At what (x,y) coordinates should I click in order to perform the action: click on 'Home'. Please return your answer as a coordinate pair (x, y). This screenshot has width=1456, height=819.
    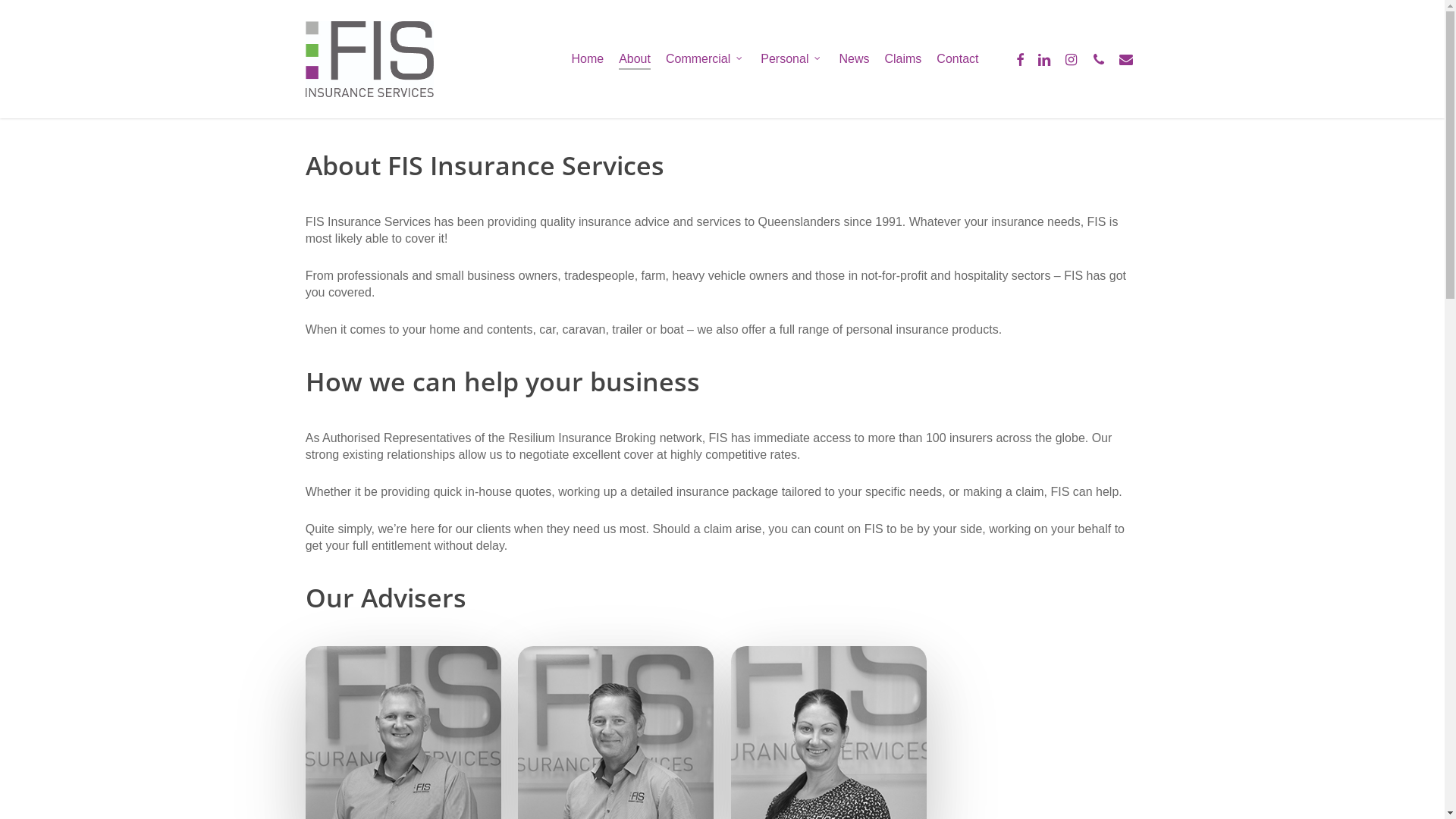
    Looking at the image, I should click on (570, 58).